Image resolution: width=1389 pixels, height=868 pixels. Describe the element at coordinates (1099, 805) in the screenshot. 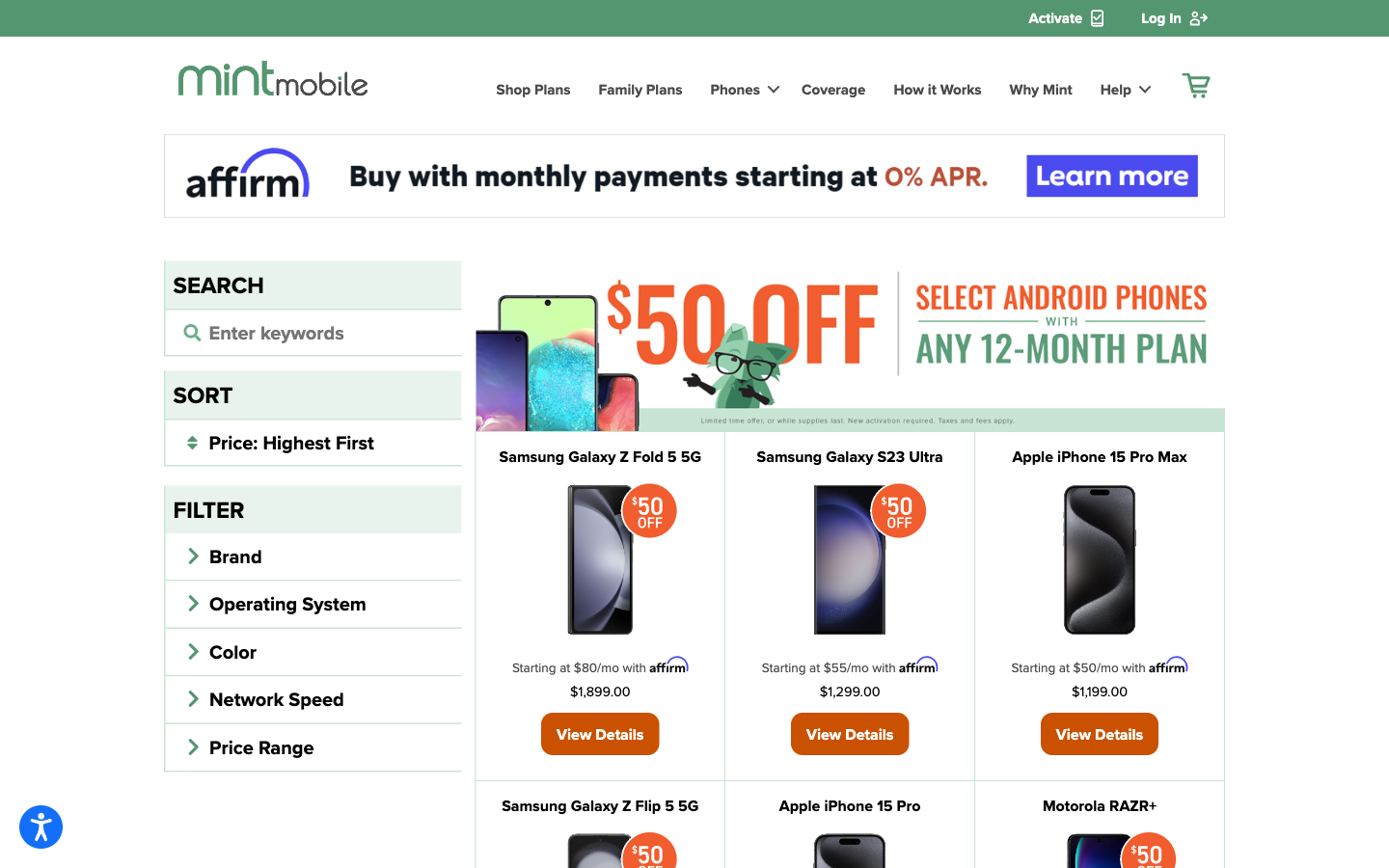

I see `Inspect Motorola RAZR+ details` at that location.